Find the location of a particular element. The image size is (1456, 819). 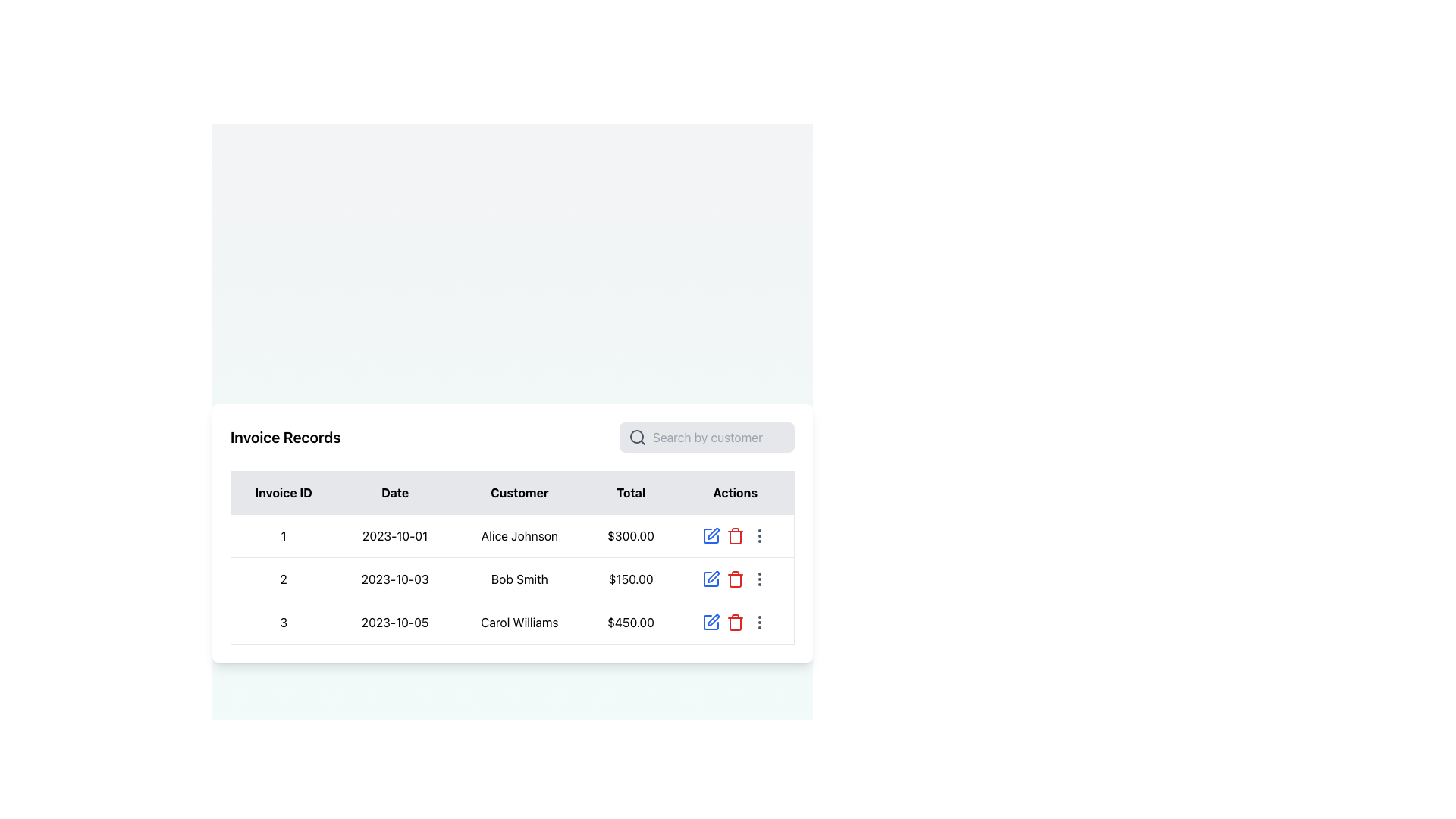

the blue pencil icon in the Actions column of the first row in the table to observe its hover effects is located at coordinates (710, 535).